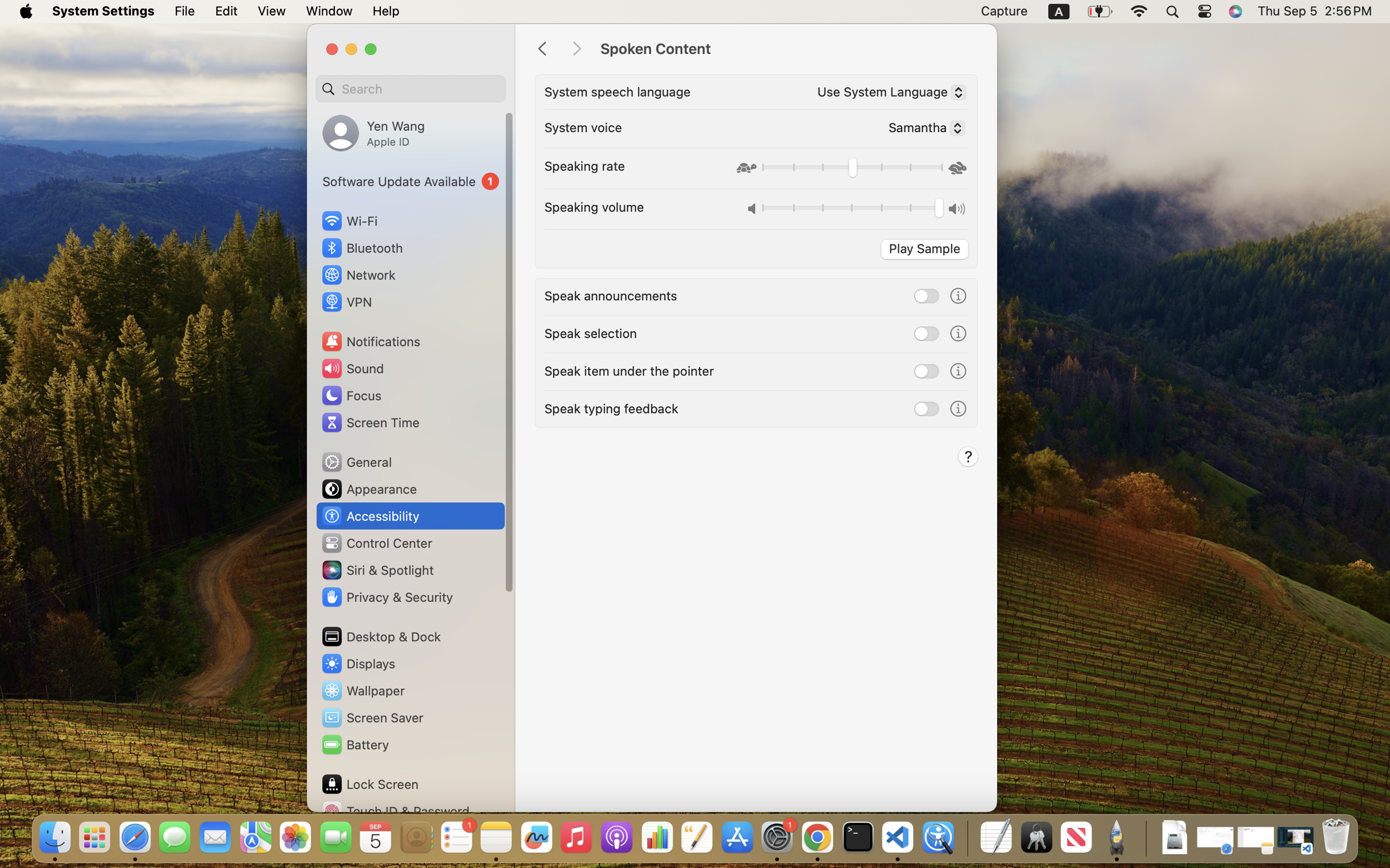 This screenshot has width=1390, height=868. I want to click on '1', so click(410, 181).